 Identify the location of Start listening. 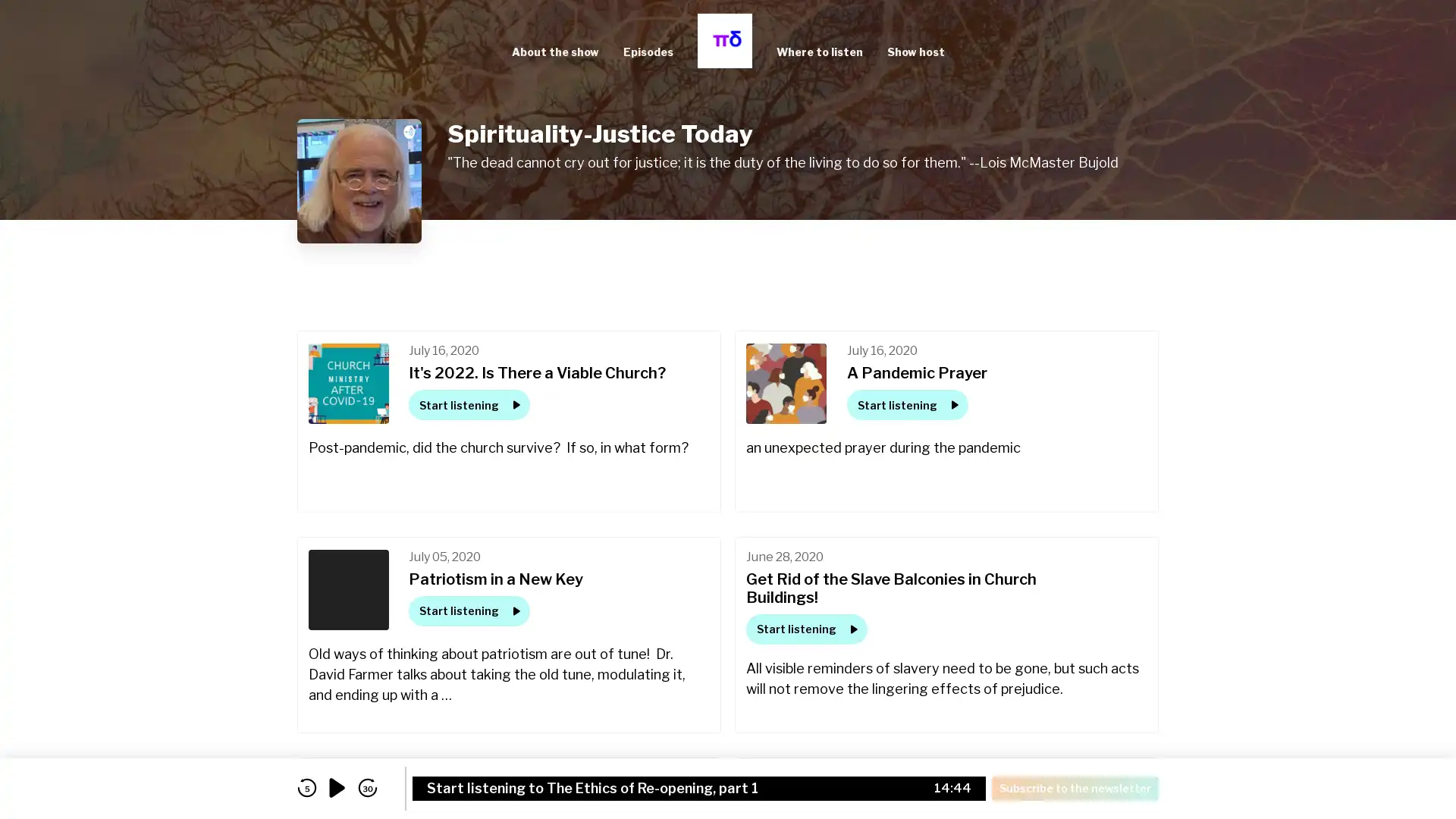
(469, 403).